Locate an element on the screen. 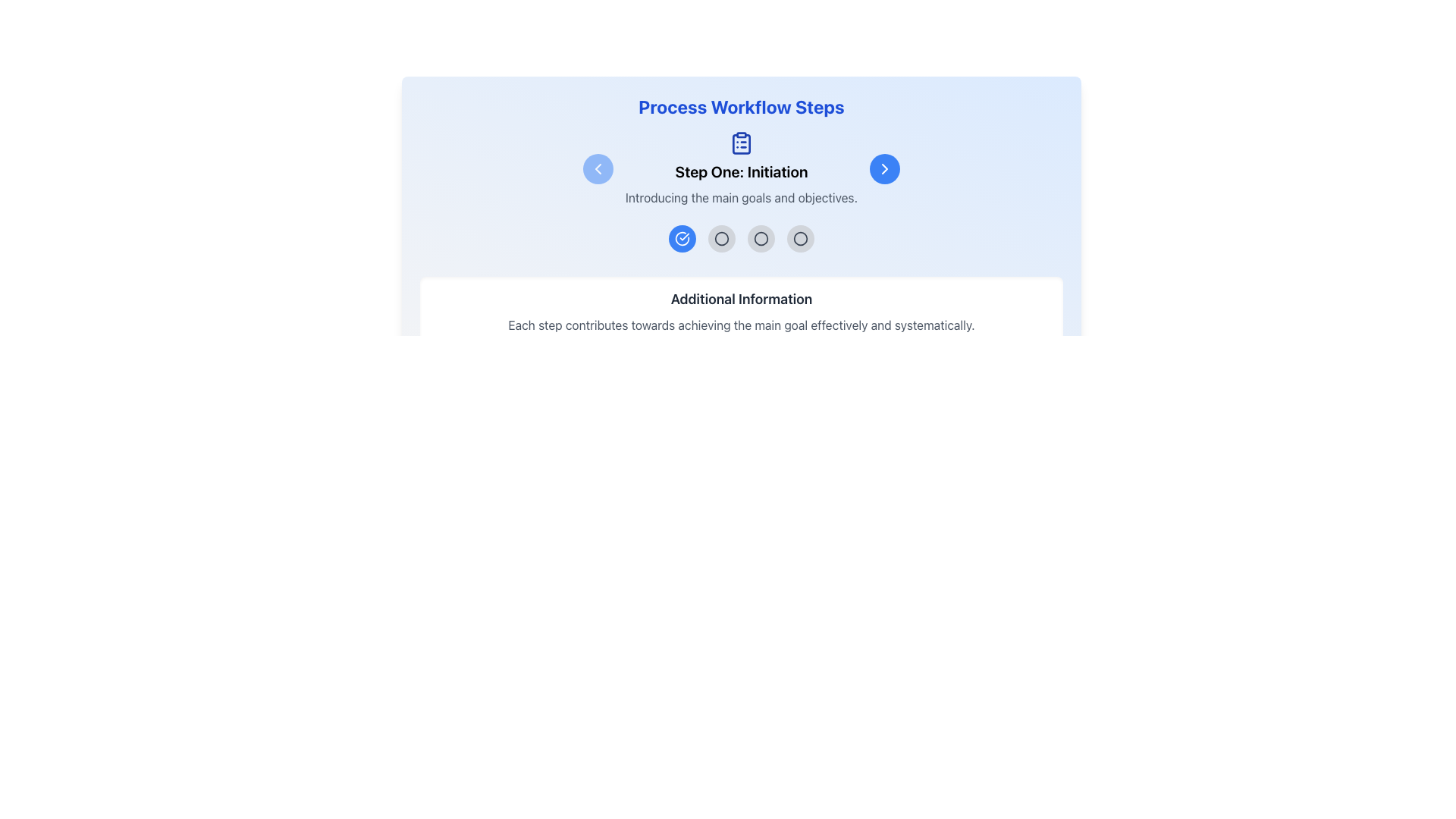  text content of the informational block that displays step one in the workflow process, located centrally above the circular selectors and between the navigation arrows is located at coordinates (742, 169).